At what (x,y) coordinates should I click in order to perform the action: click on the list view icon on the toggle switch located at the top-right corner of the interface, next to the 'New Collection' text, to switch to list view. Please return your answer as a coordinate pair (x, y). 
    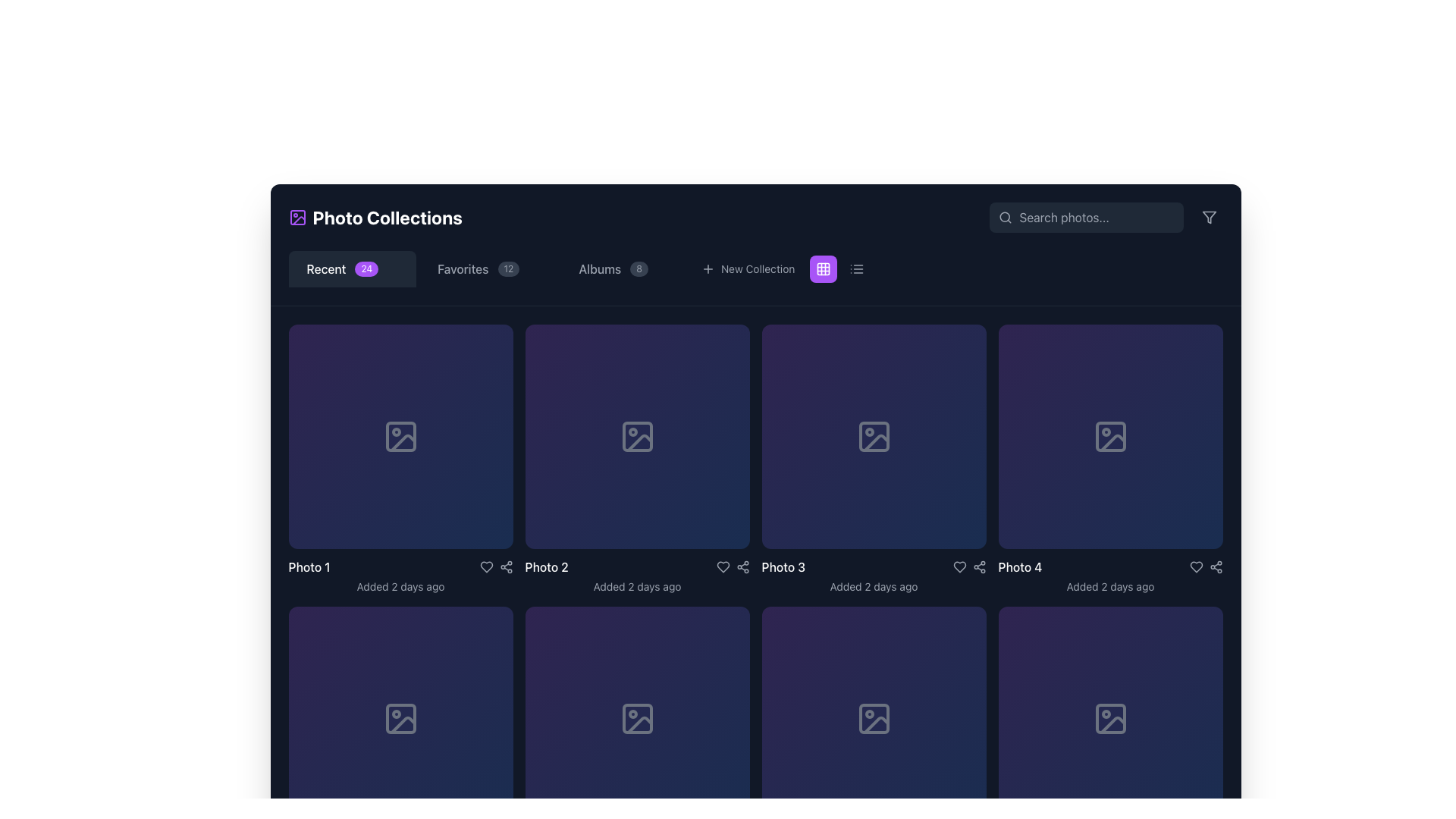
    Looking at the image, I should click on (839, 268).